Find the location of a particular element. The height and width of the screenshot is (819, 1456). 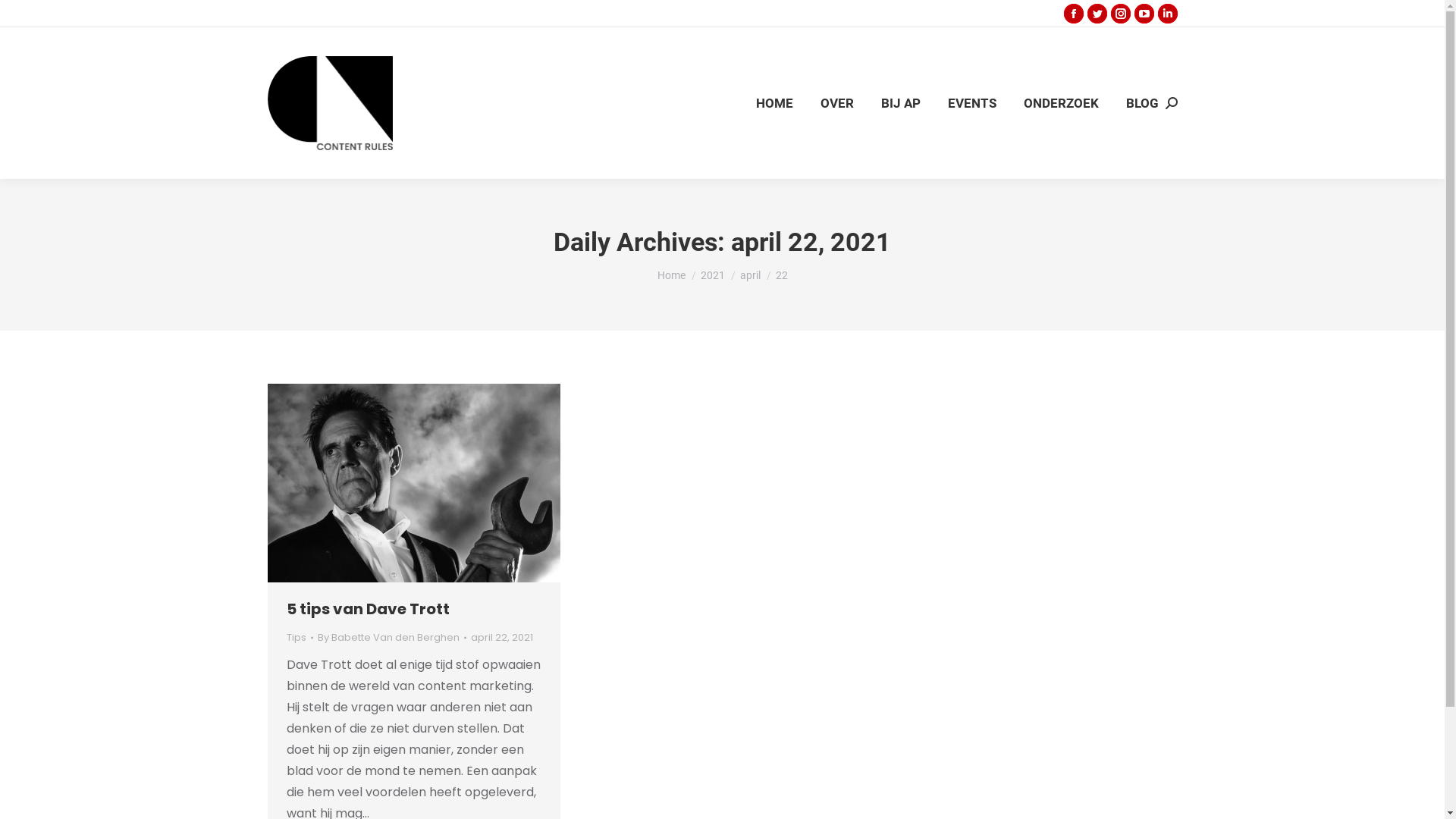

'2021' is located at coordinates (712, 275).